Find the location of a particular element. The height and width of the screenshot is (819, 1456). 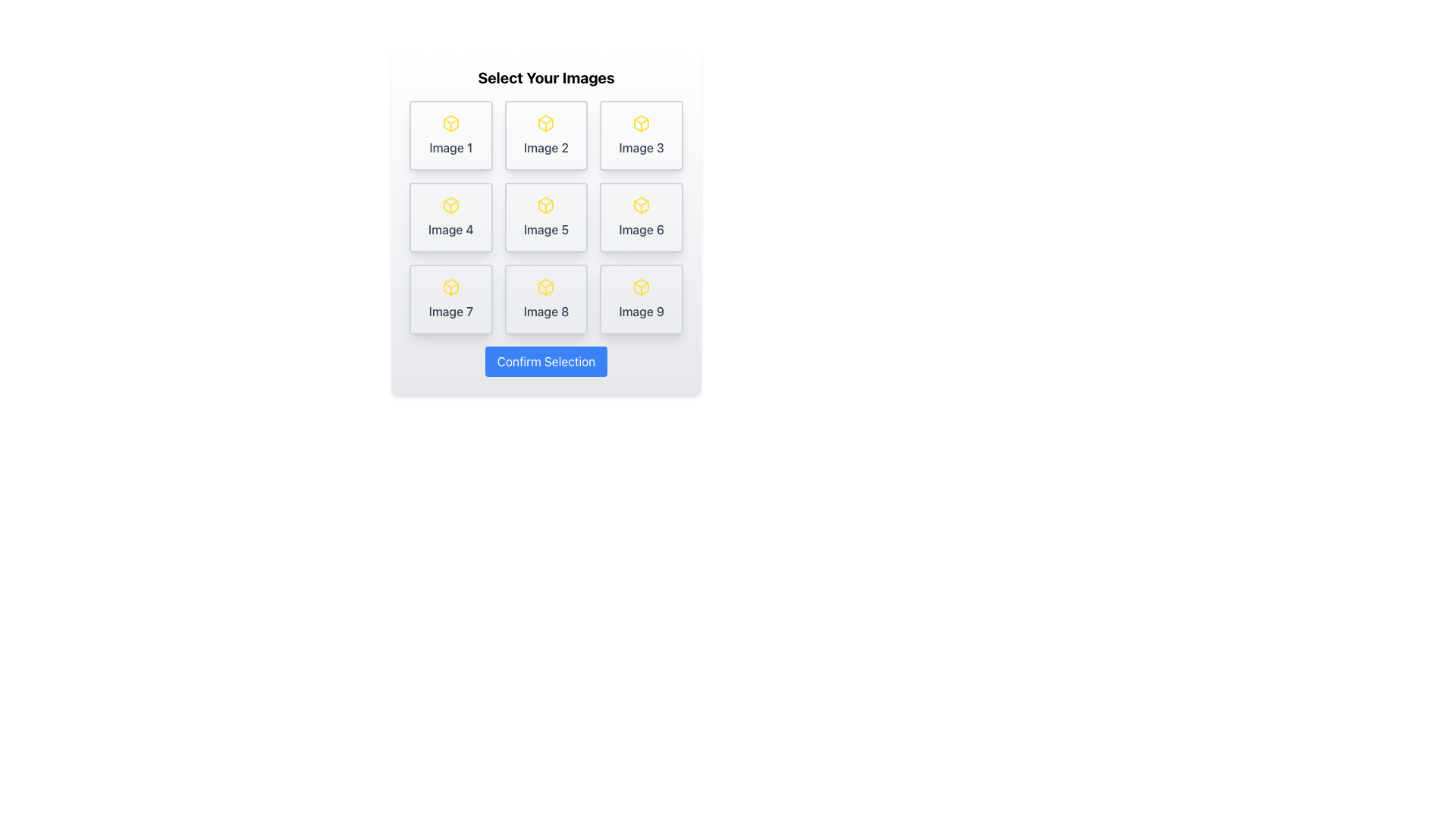

text label 'Image 2' located in the second cell of the first row of a 3x3 grid layout, positioned below a yellow box icon is located at coordinates (546, 148).